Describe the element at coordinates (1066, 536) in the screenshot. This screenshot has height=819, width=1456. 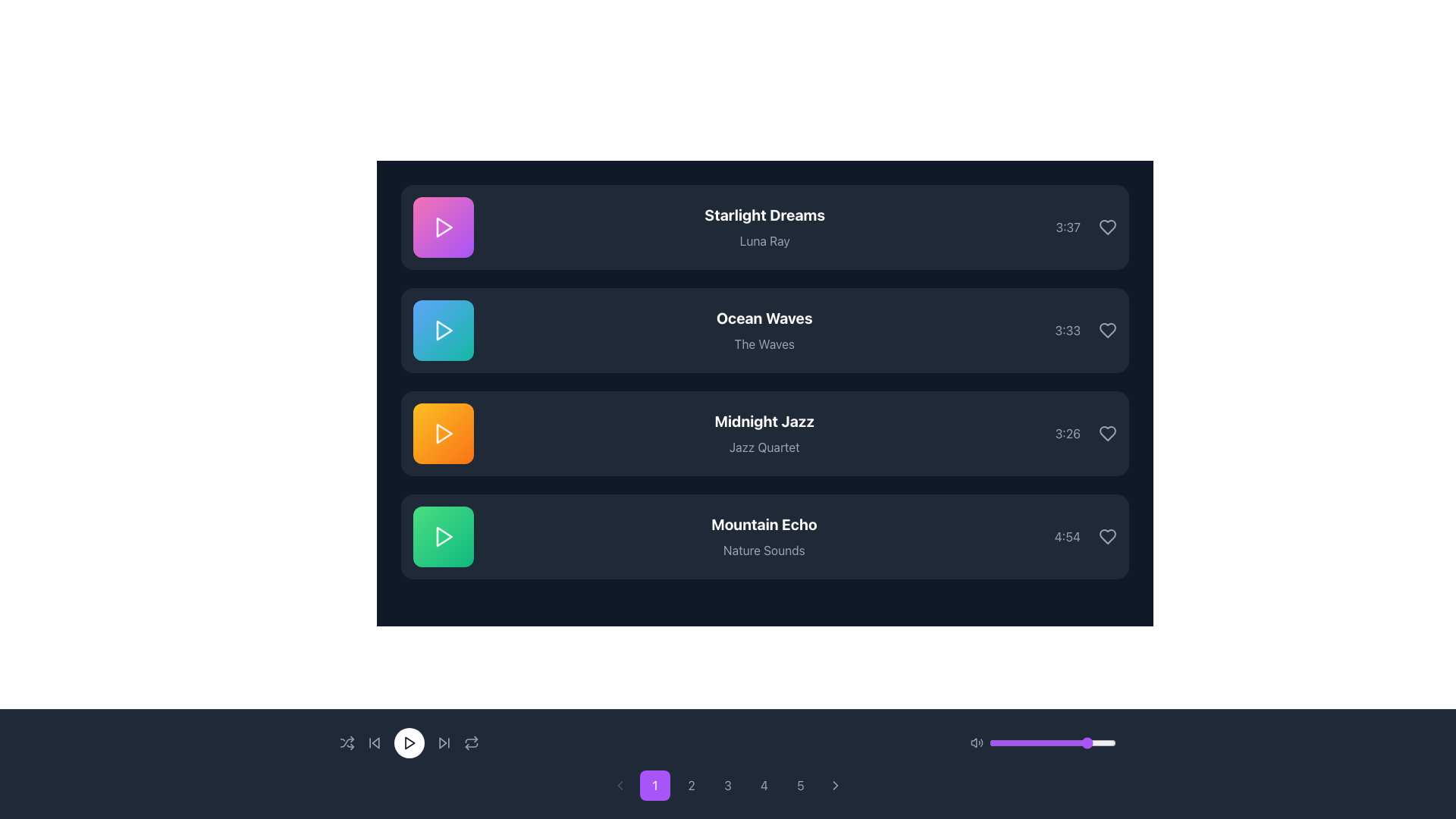
I see `the textual label displaying '4:54' in light gray color, located at the bottom right corner of the entry row for the song 'Mountain Echo' by 'Nature Sounds'` at that location.